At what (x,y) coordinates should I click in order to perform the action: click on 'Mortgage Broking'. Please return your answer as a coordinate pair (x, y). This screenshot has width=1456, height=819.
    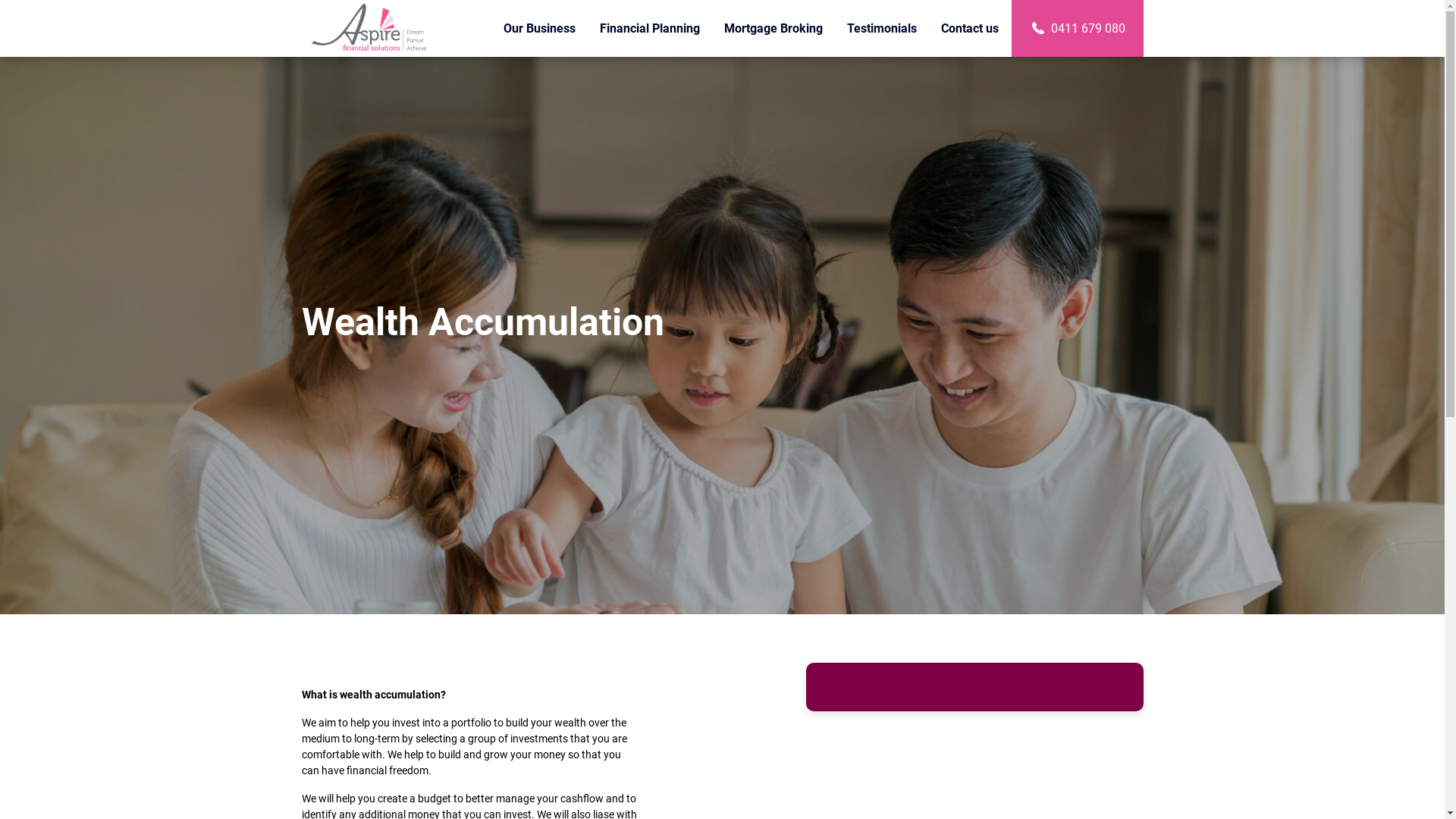
    Looking at the image, I should click on (711, 28).